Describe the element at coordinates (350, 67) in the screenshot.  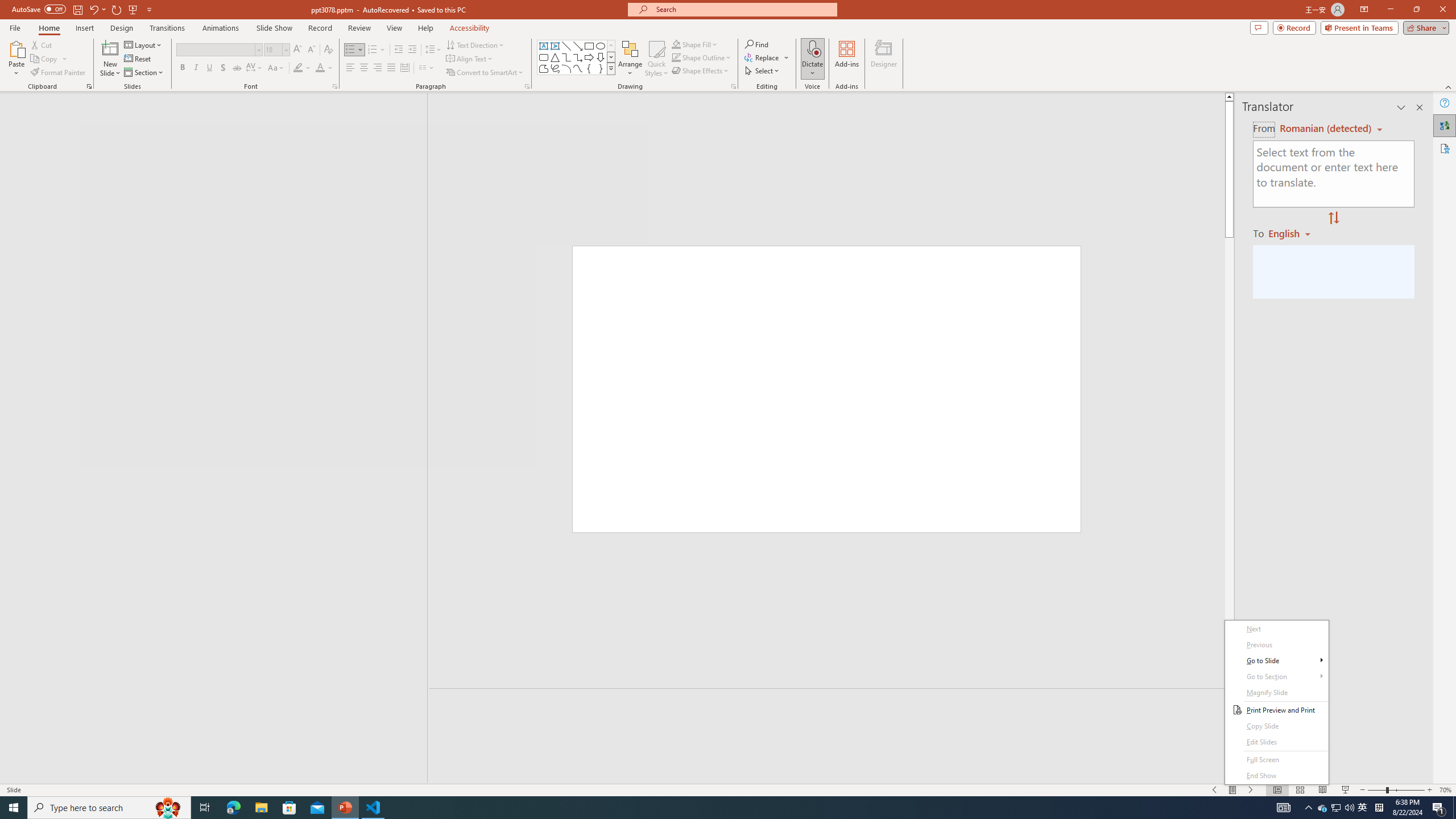
I see `'Align Left'` at that location.